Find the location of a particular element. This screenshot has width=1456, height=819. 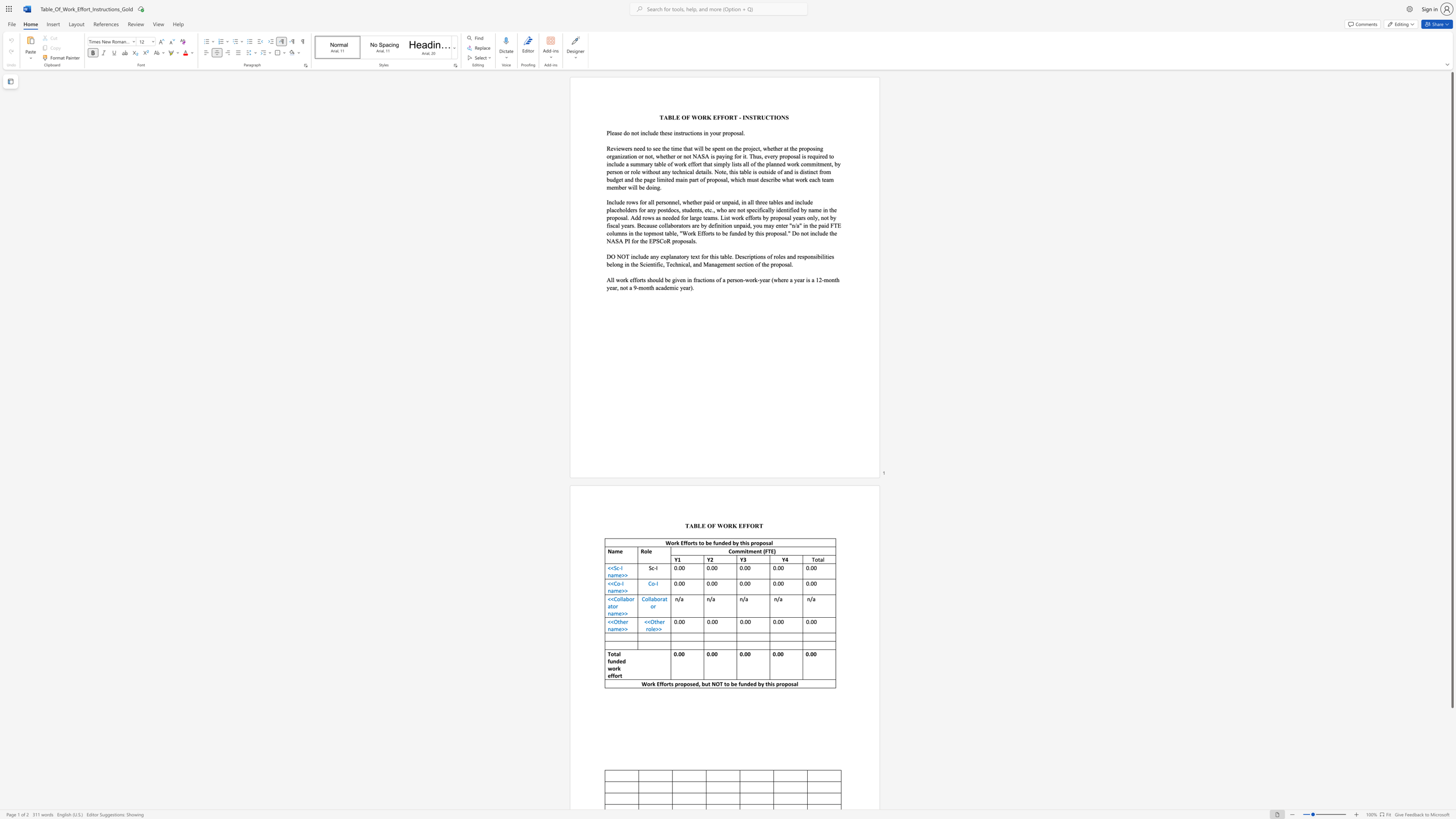

the page's right scrollbar for downward movement is located at coordinates (1451, 807).